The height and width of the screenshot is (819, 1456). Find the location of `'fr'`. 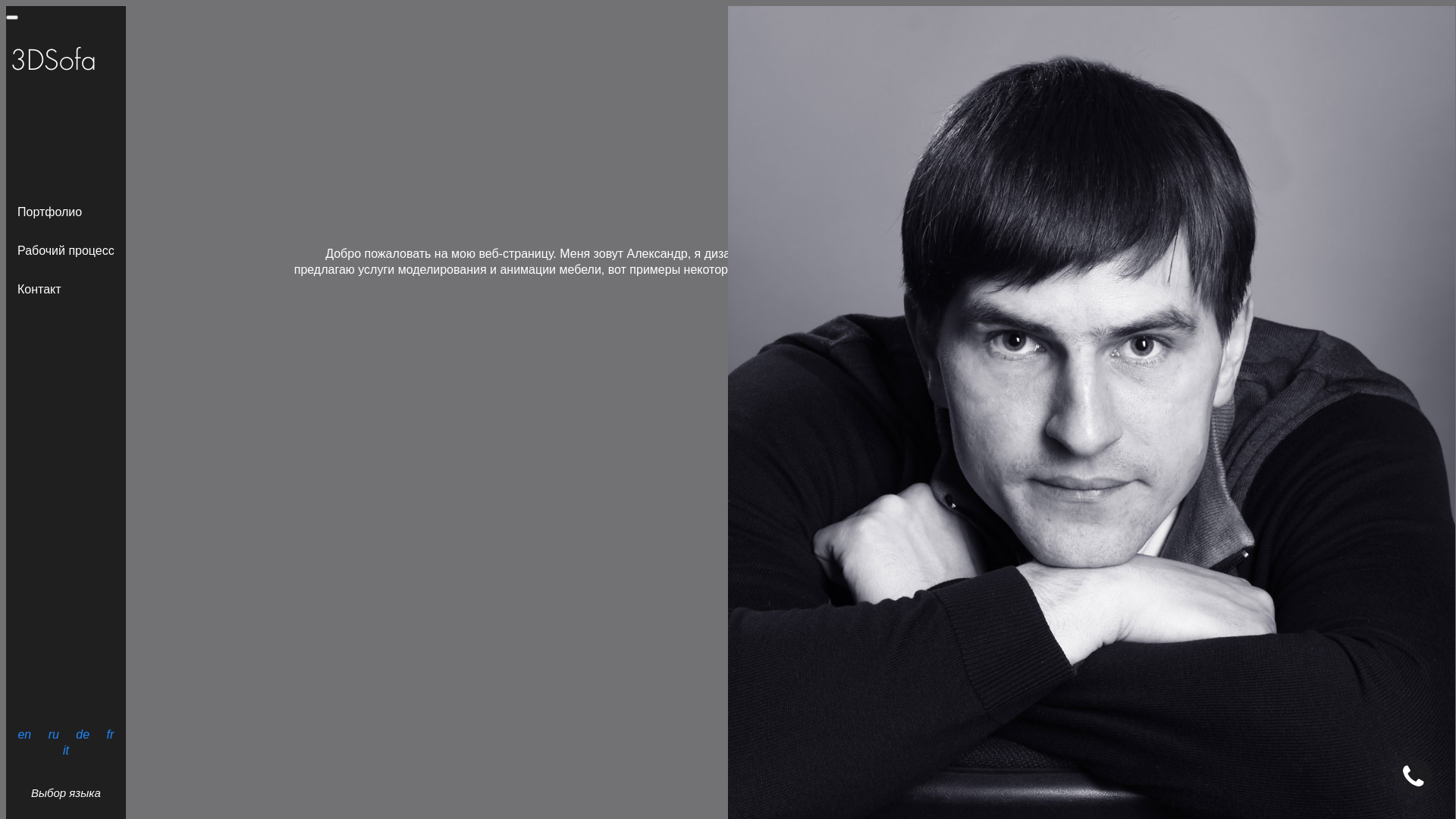

'fr' is located at coordinates (109, 733).